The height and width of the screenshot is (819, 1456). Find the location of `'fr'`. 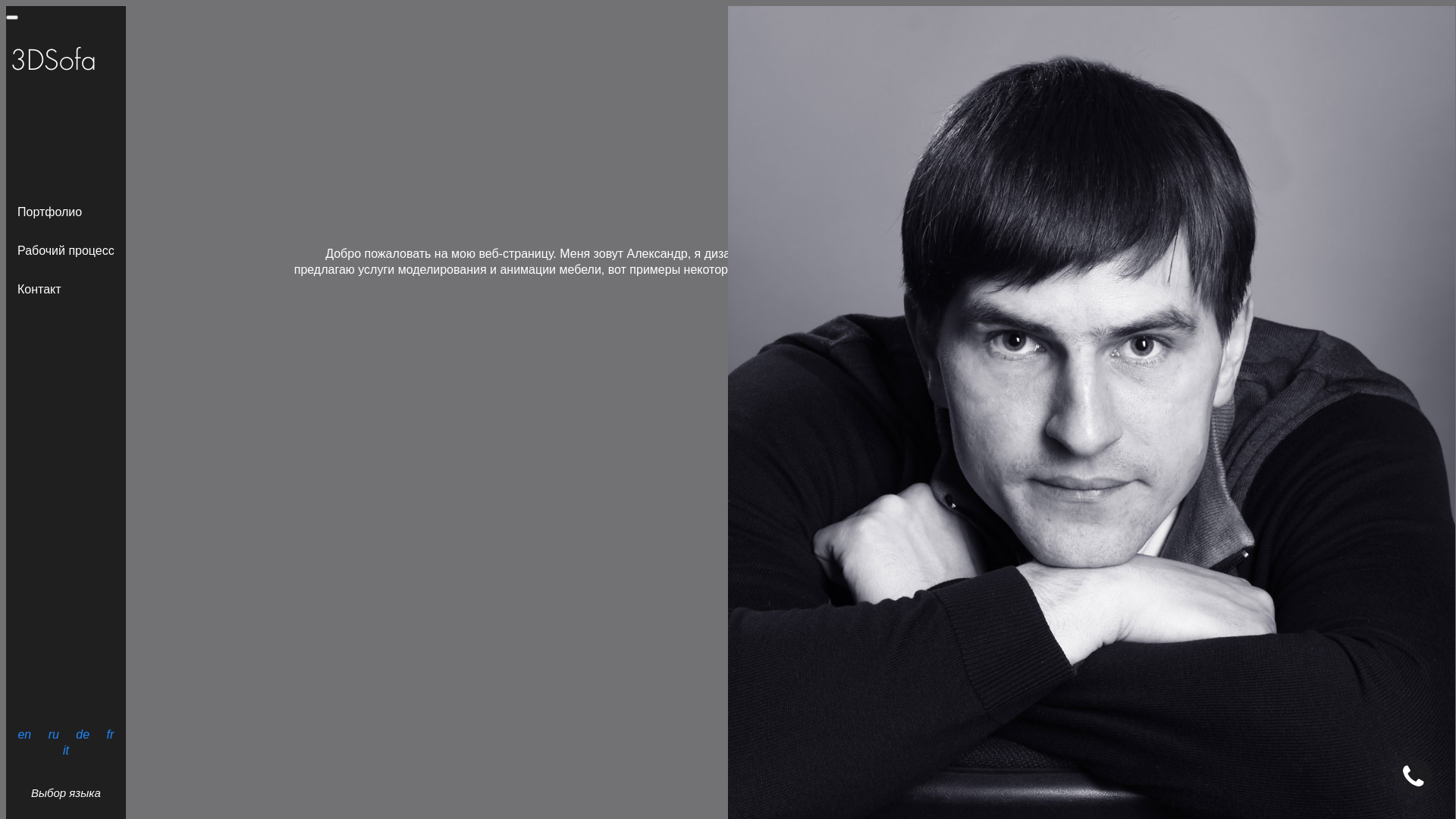

'fr' is located at coordinates (109, 733).